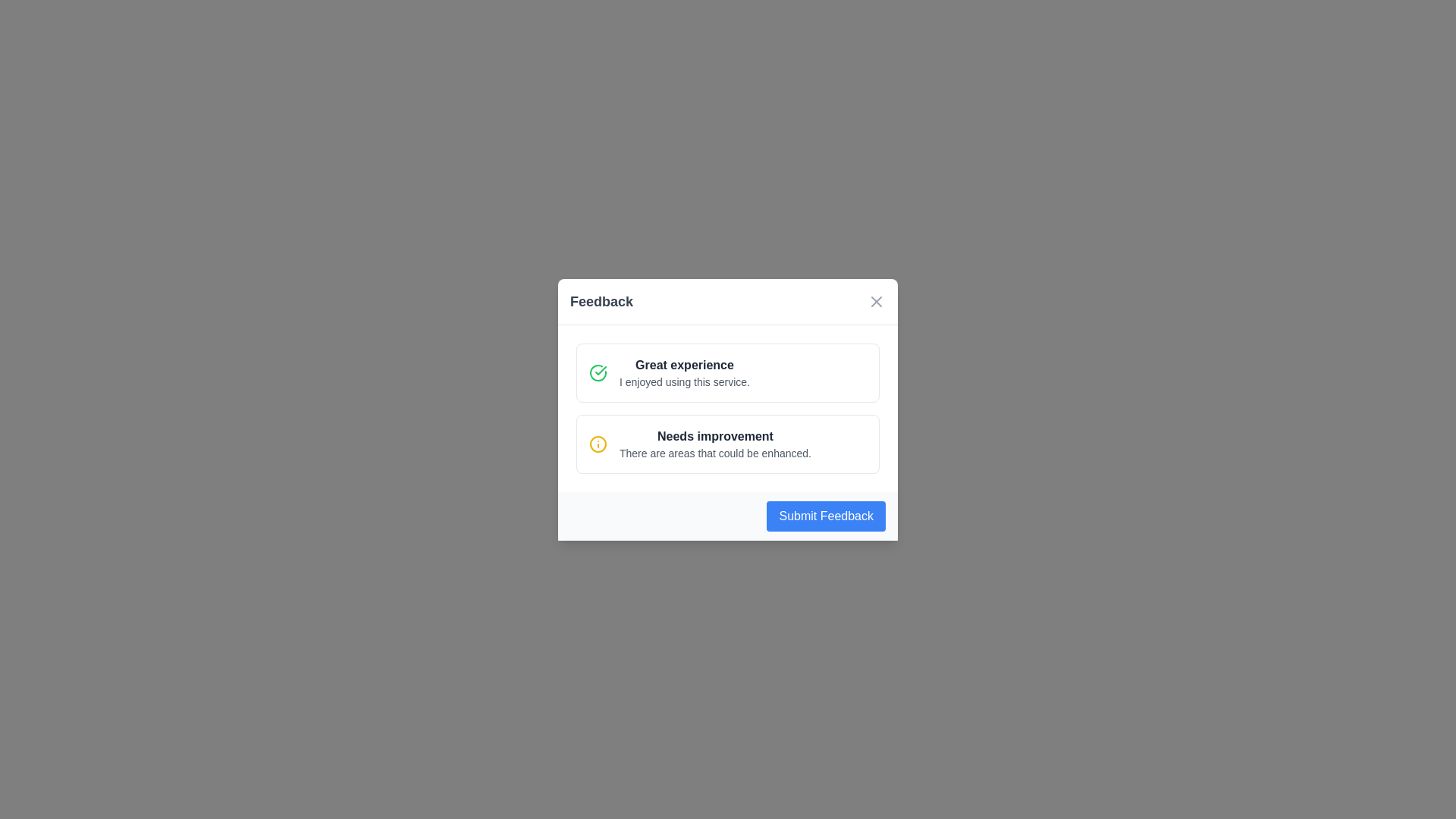 The image size is (1456, 819). I want to click on the close button in the header to close the dialog, so click(877, 301).